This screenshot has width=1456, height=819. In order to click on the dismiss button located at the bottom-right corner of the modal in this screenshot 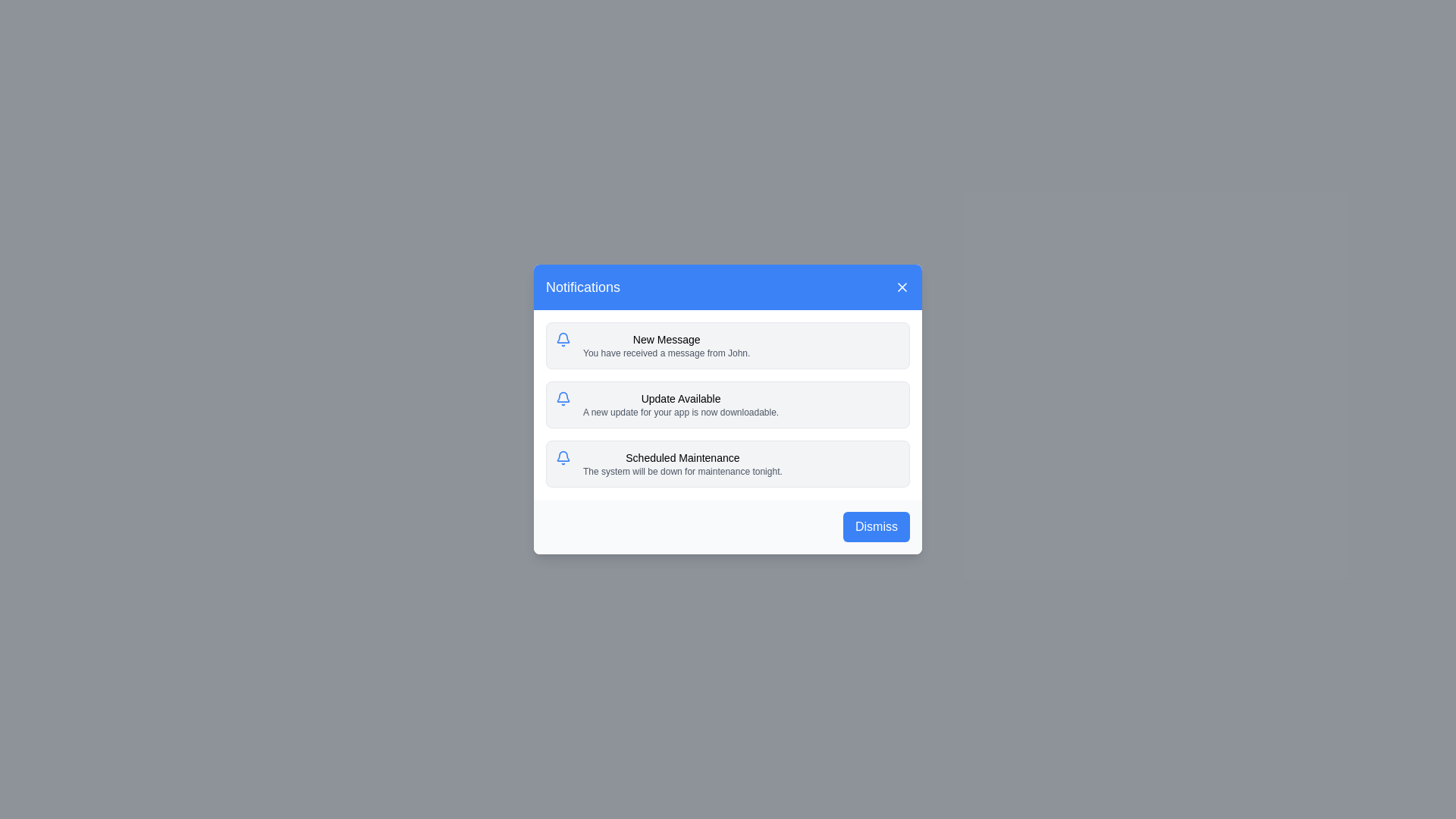, I will do `click(877, 526)`.